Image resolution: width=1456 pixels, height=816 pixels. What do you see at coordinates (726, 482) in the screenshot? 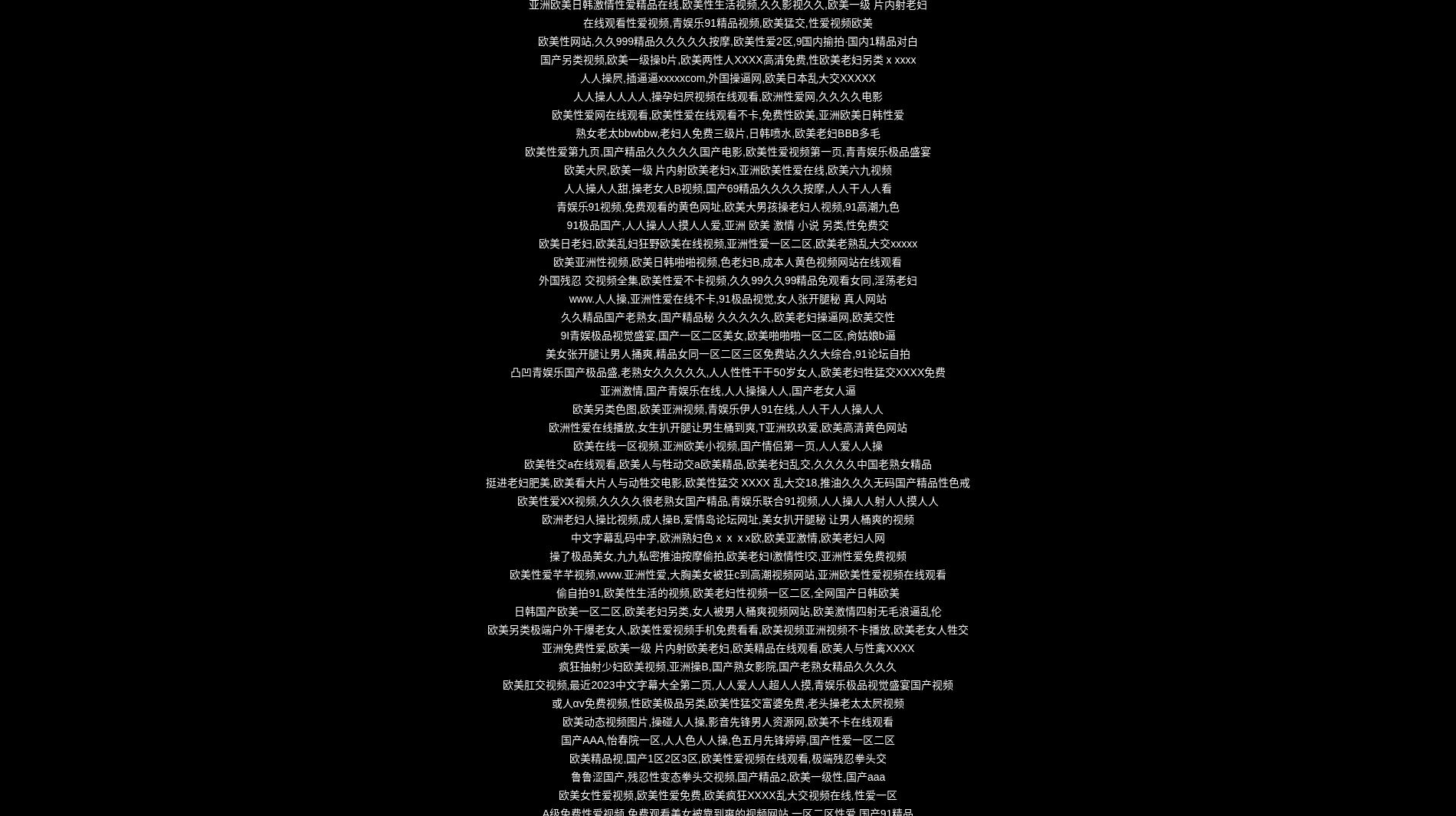
I see `'挺进老妇肥美,欧美看大片人与动牲交电影,欧美性猛交 XXXX 乱大交18,推油久久久无码国产精品性色戒'` at bounding box center [726, 482].